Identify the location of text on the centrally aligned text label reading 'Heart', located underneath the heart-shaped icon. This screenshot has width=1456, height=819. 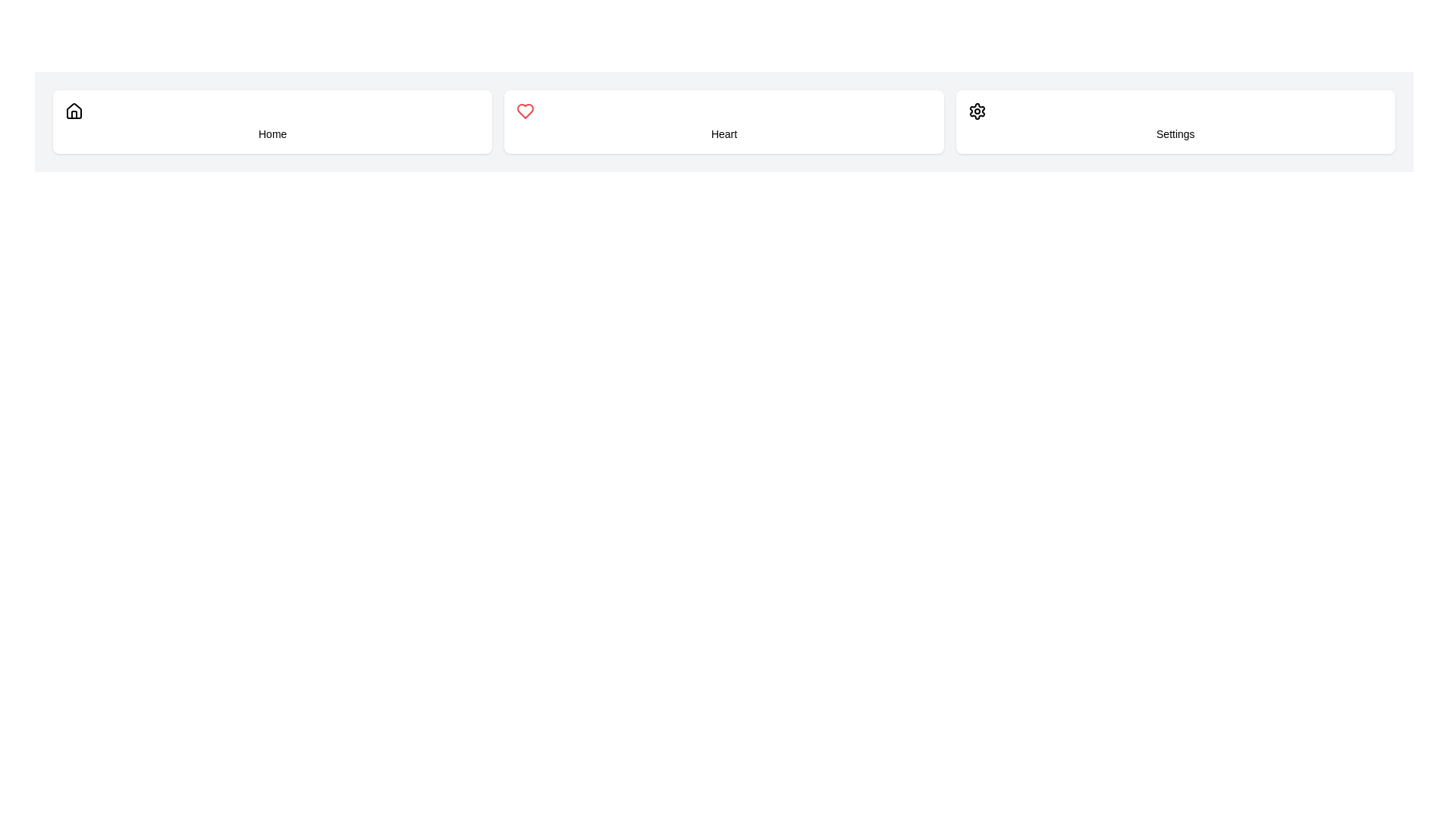
(723, 133).